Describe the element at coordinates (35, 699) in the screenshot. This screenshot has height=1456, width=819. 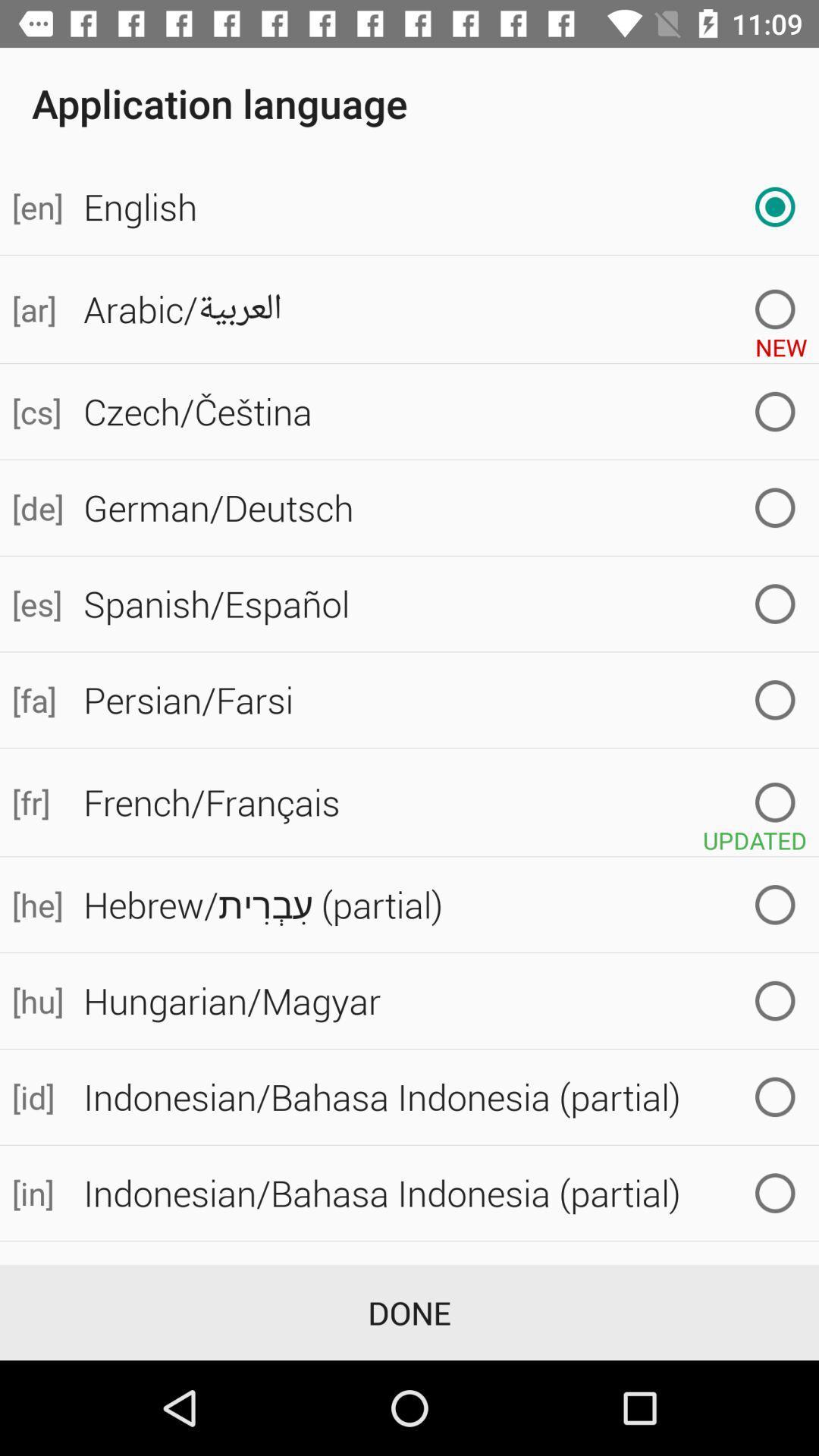
I see `item next to the persian/farsi item` at that location.